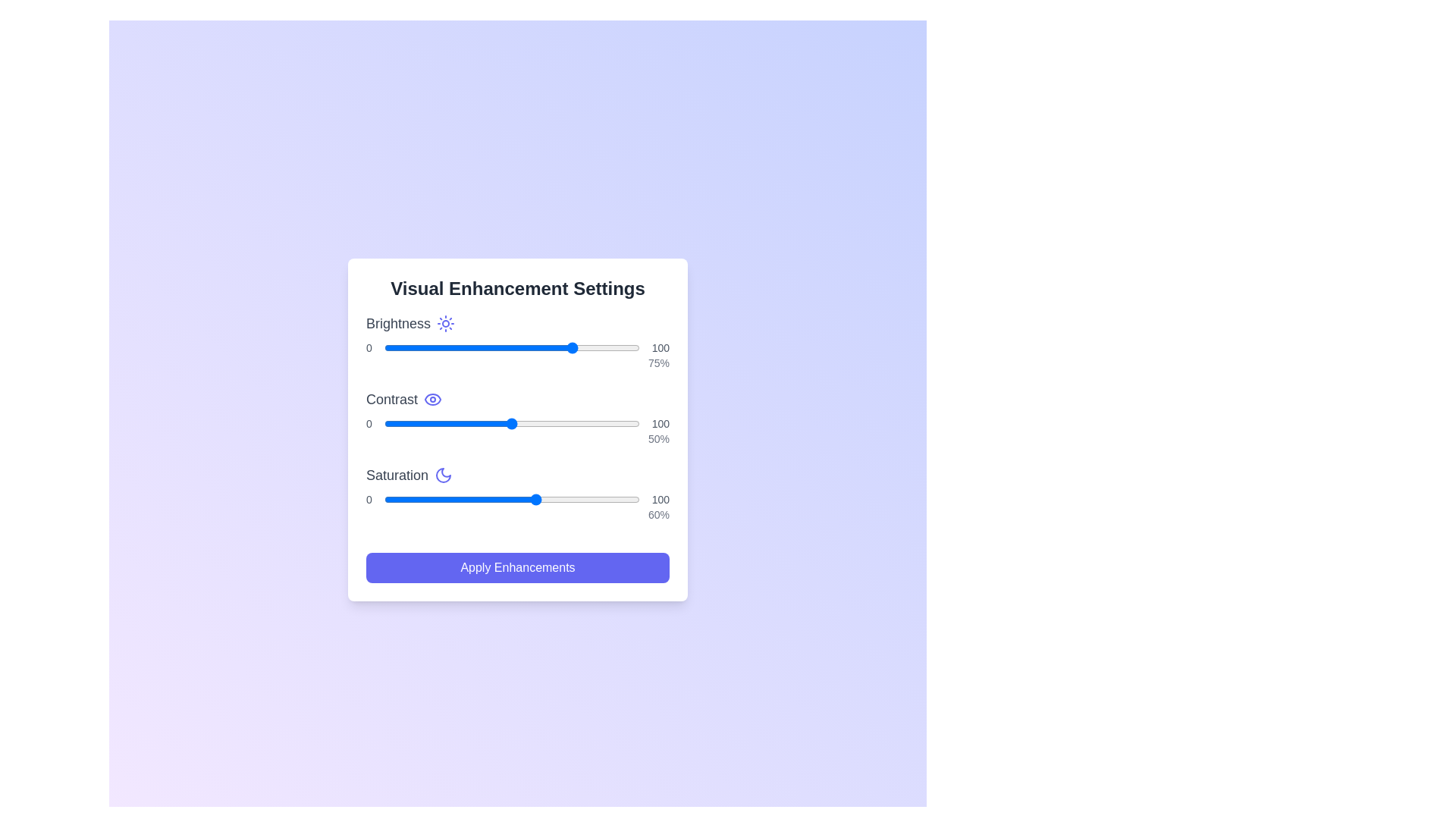  What do you see at coordinates (445, 323) in the screenshot?
I see `the icon for brightness to display its tooltip` at bounding box center [445, 323].